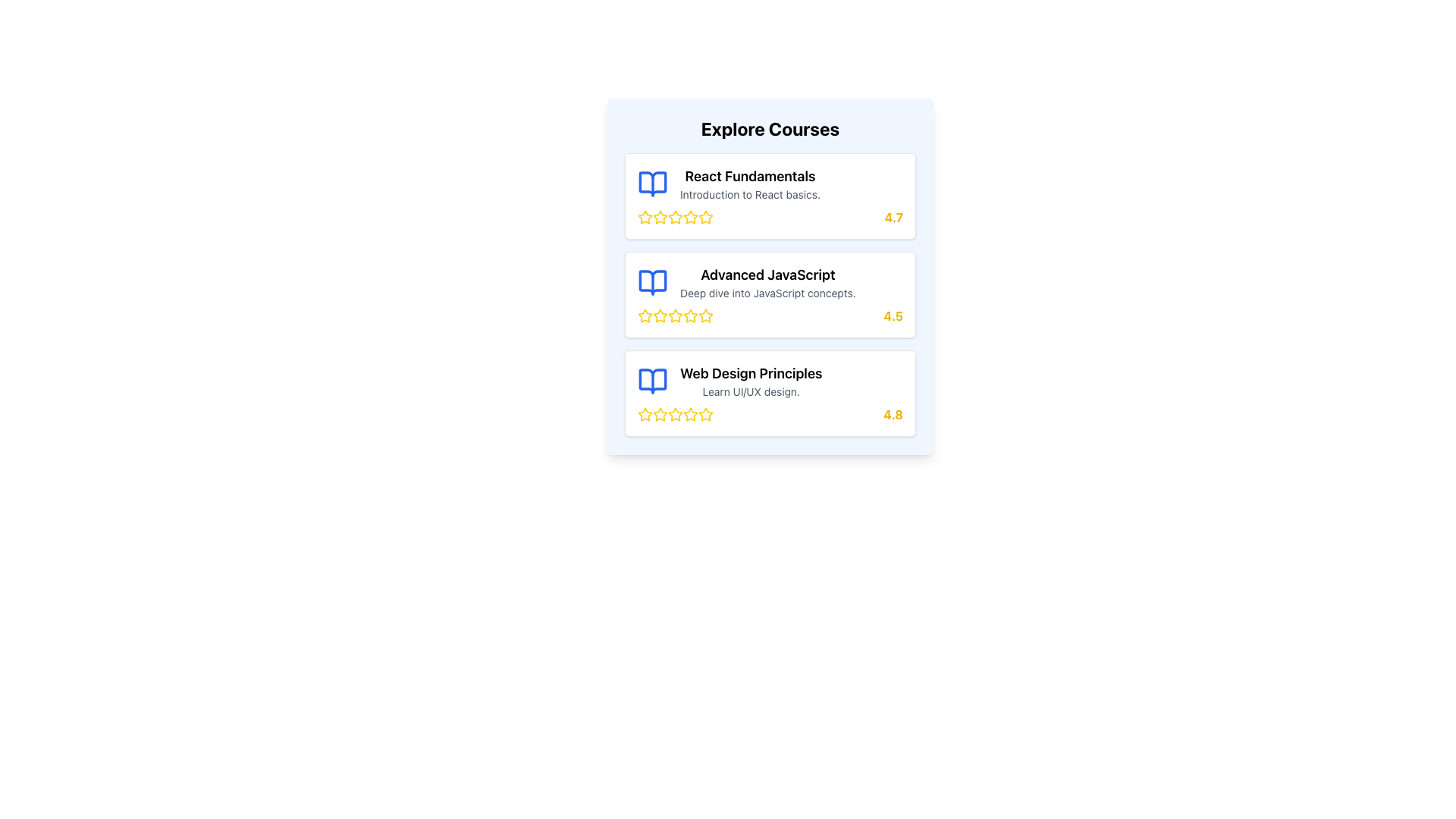 This screenshot has width=1456, height=819. What do you see at coordinates (705, 217) in the screenshot?
I see `the star icon with a yellow border and transparent center that signifies the rating for the course titled 'React Fundamentals', positioned in the first course item under the 'Explore Courses' section` at bounding box center [705, 217].